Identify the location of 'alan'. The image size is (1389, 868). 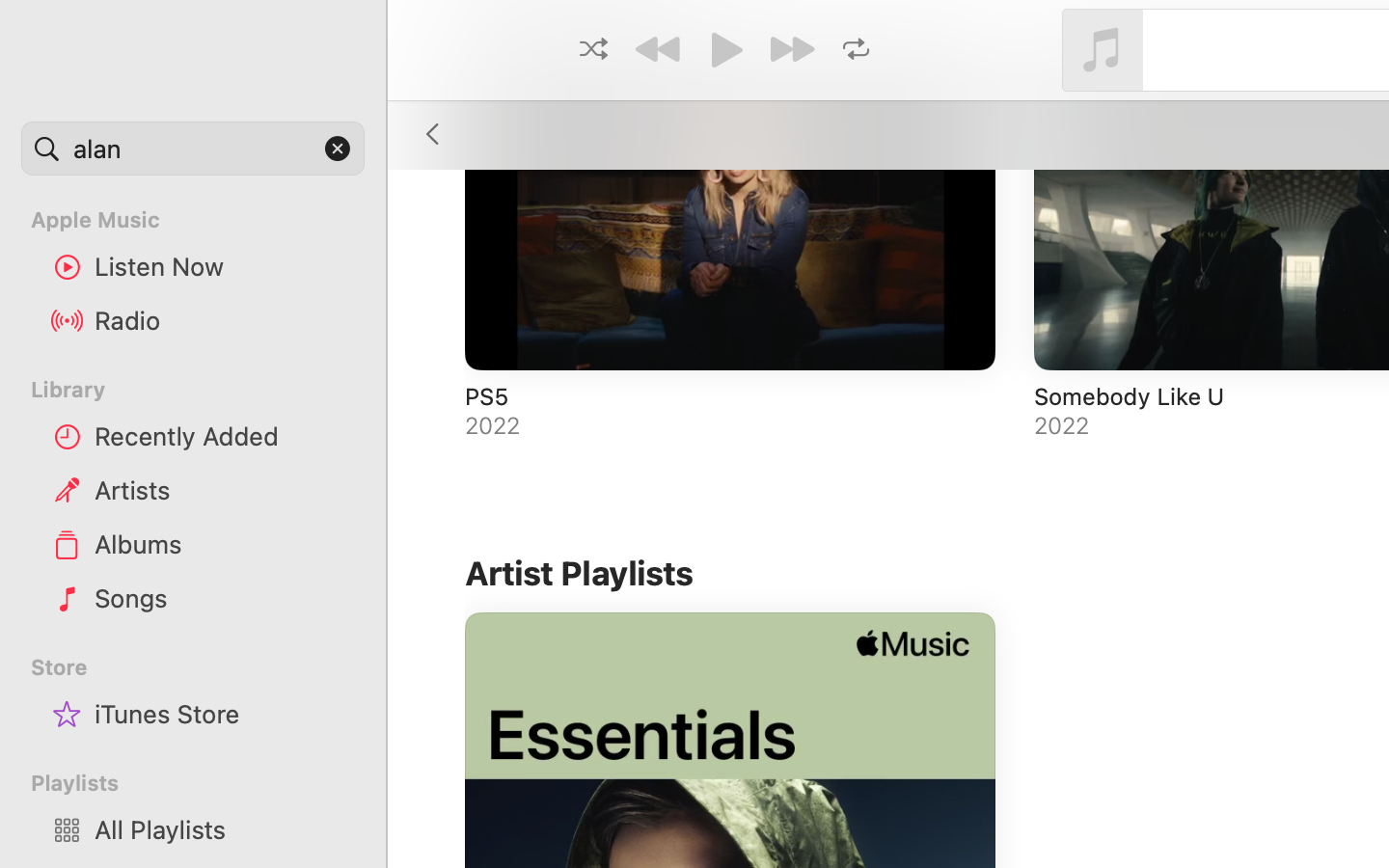
(193, 148).